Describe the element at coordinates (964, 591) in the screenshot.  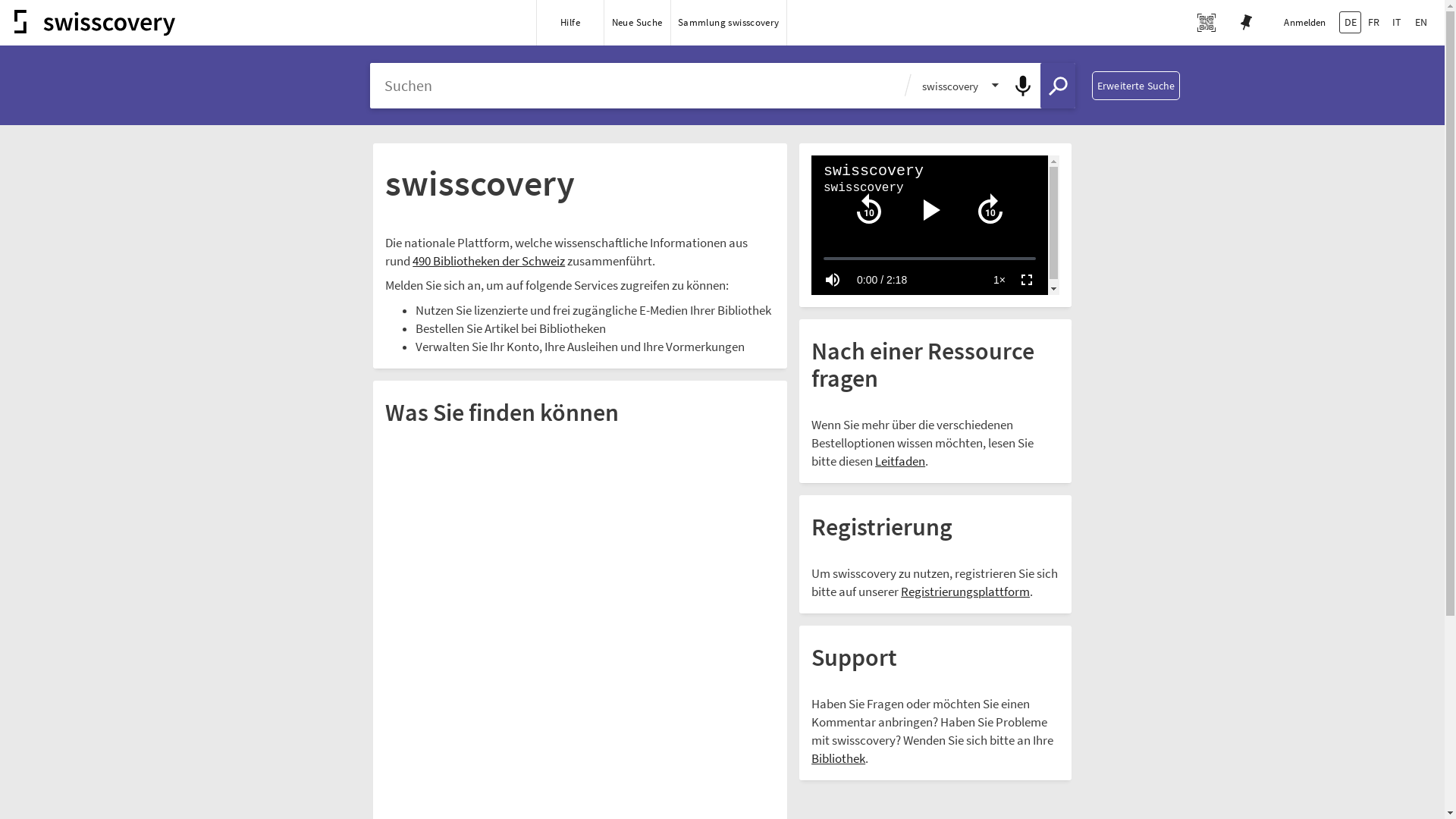
I see `'Registrierungsplattform'` at that location.